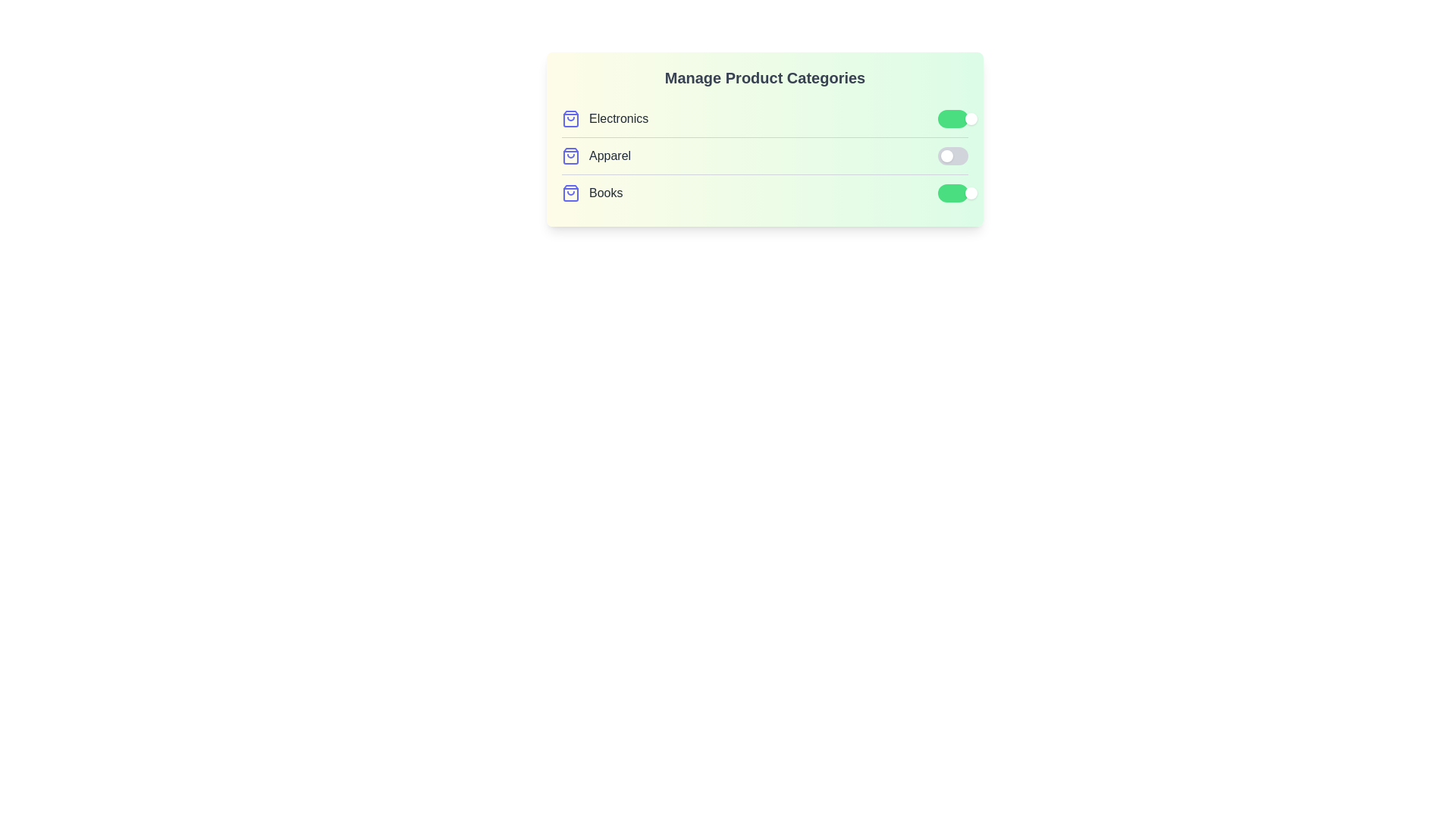 Image resolution: width=1456 pixels, height=819 pixels. What do you see at coordinates (570, 155) in the screenshot?
I see `the 'ShoppingBag' icon next to the category Apparel` at bounding box center [570, 155].